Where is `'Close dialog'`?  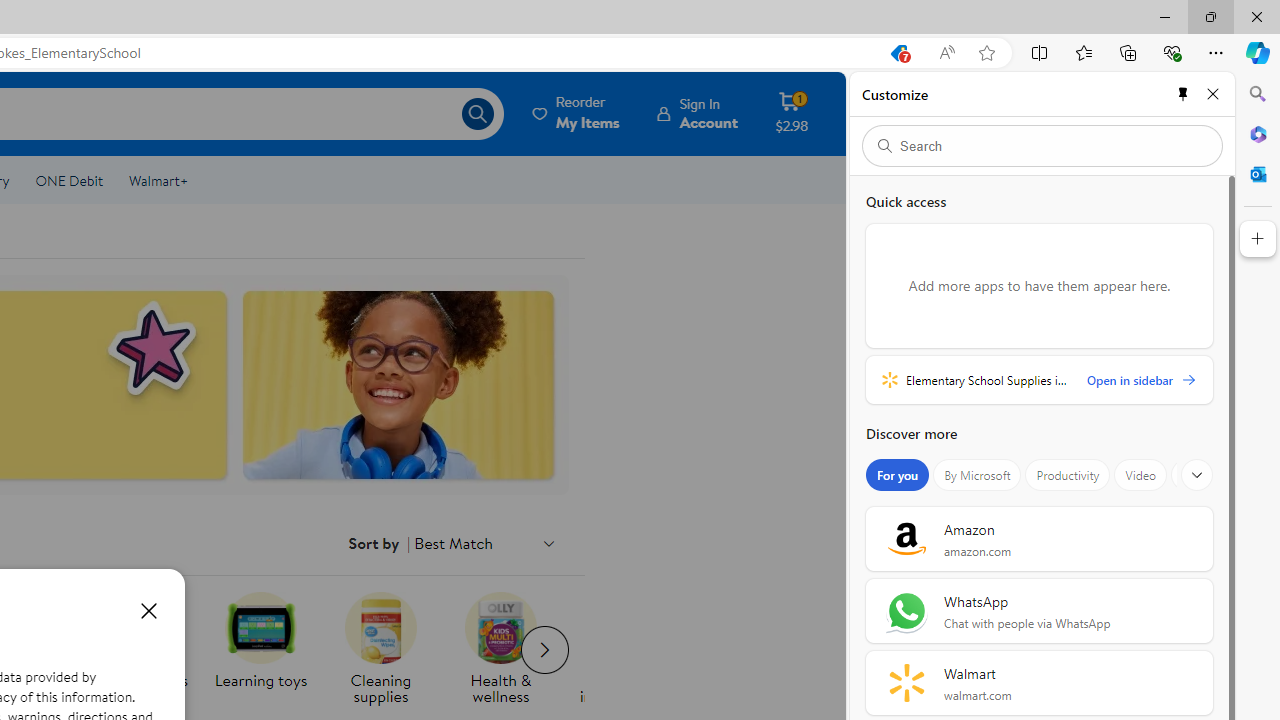 'Close dialog' is located at coordinates (148, 609).